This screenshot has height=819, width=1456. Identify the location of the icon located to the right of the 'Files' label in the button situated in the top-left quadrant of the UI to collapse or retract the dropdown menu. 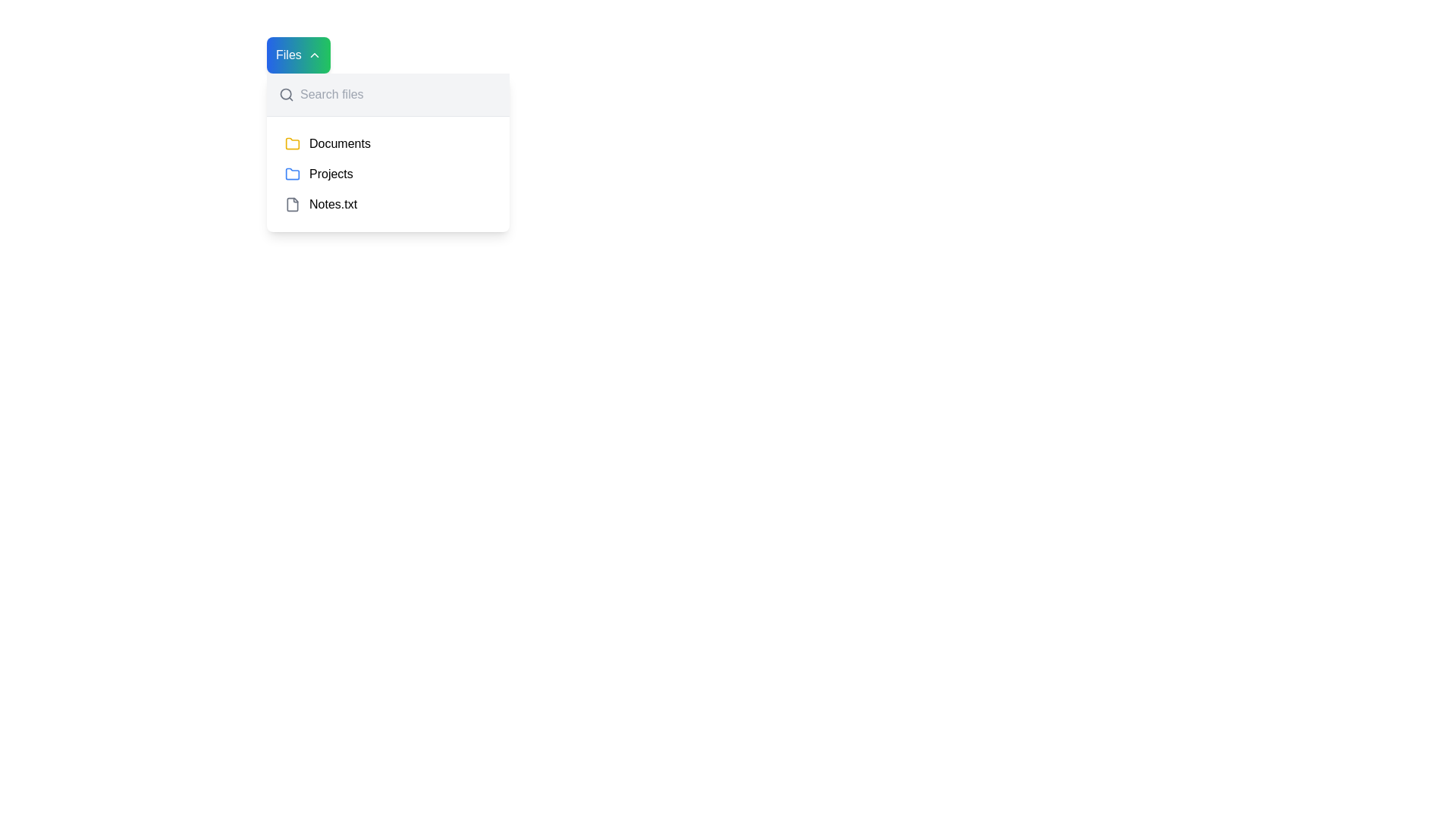
(313, 55).